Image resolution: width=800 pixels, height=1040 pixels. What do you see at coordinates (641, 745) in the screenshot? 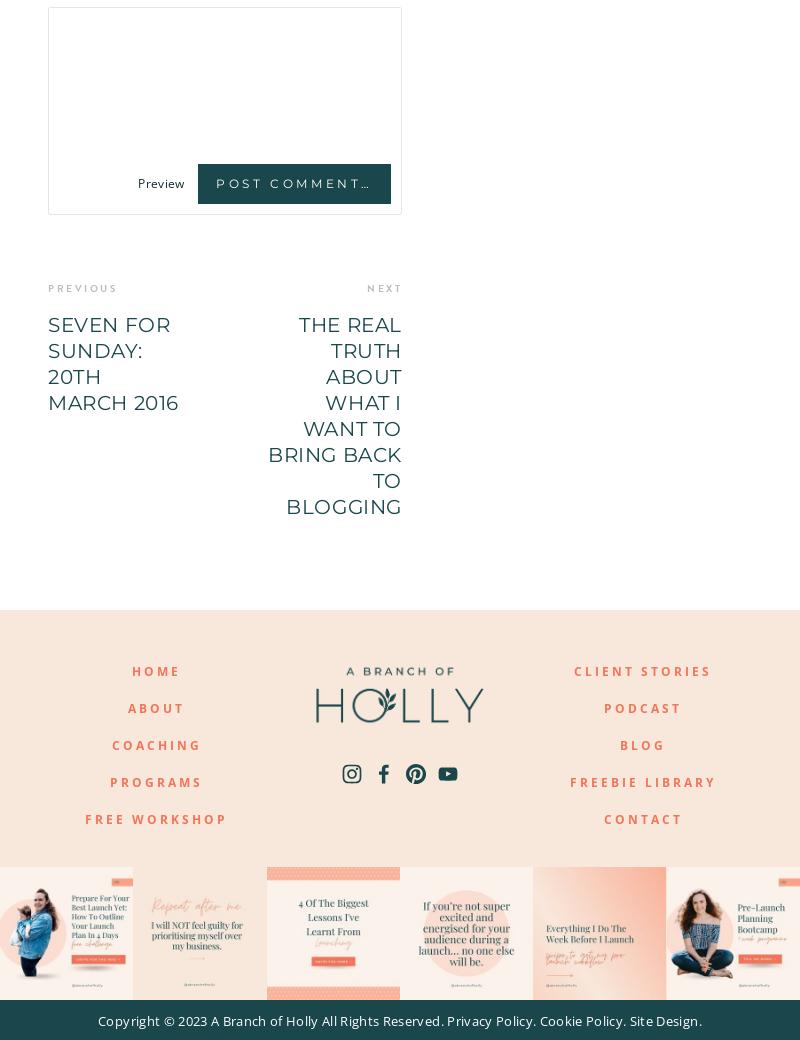
I see `'BLOG'` at bounding box center [641, 745].